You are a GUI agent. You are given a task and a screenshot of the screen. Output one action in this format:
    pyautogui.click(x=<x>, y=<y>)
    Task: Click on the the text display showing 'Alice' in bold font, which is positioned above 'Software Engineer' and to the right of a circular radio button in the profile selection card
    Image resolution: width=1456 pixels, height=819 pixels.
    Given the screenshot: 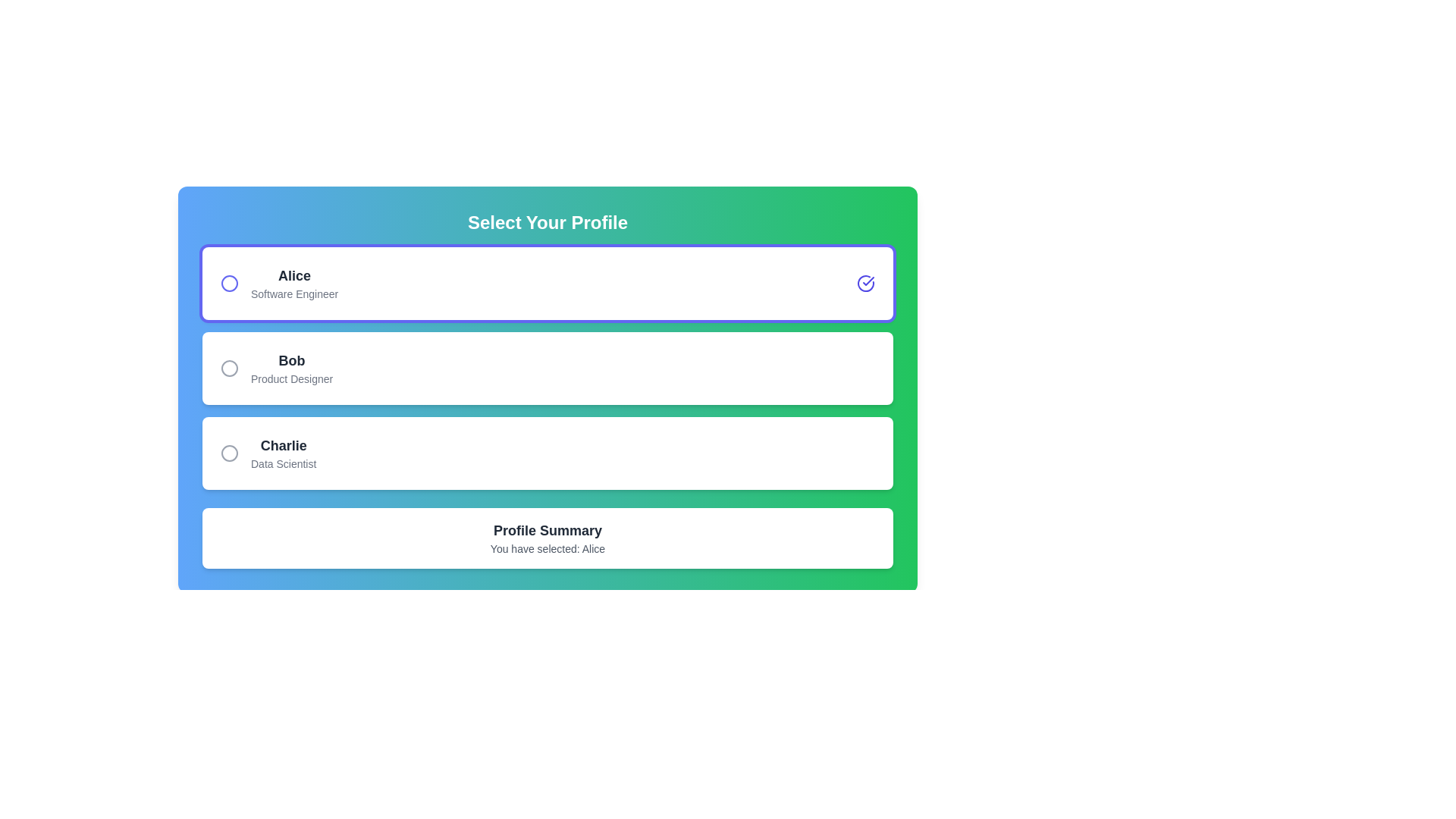 What is the action you would take?
    pyautogui.click(x=294, y=275)
    